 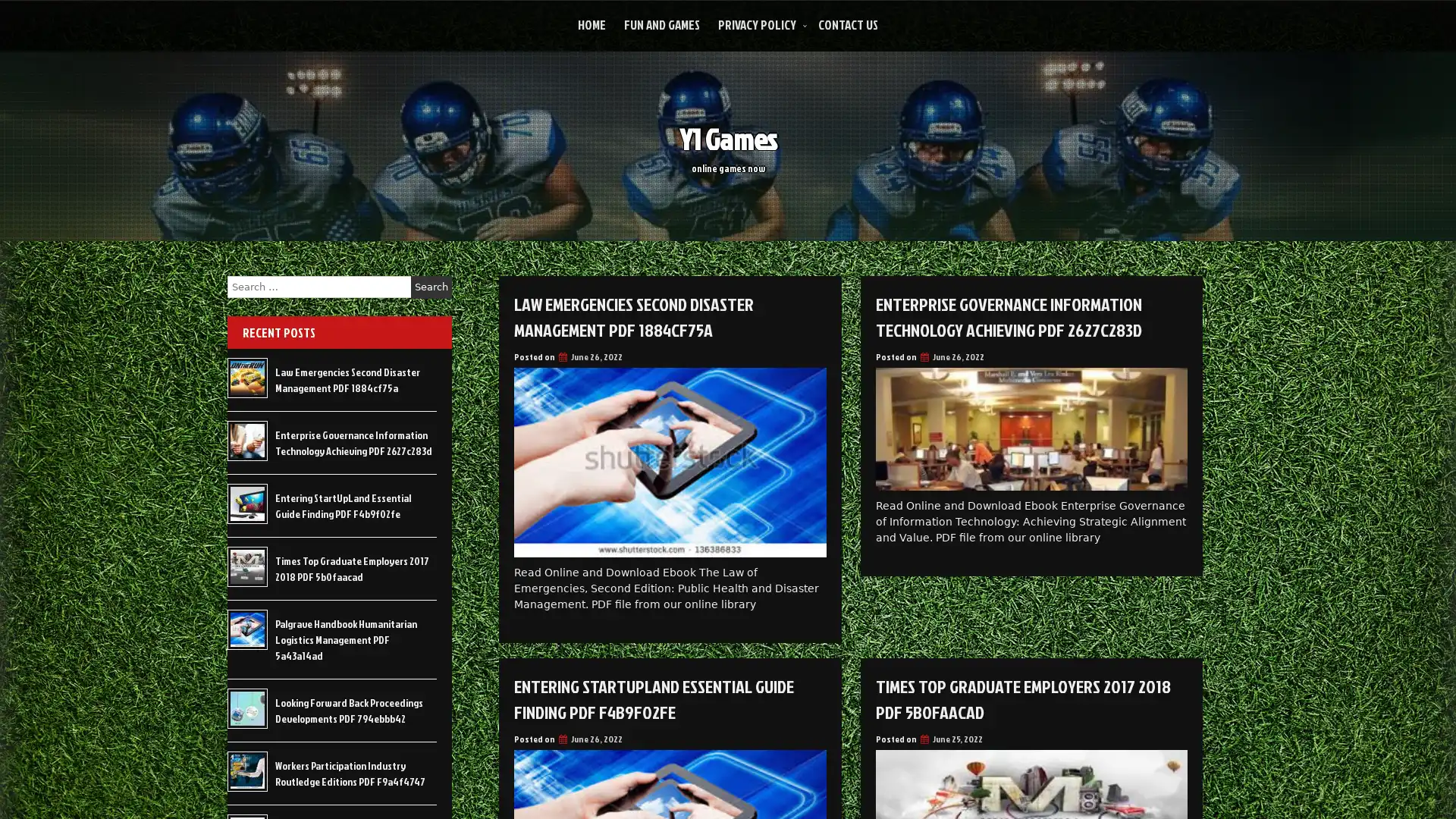 What do you see at coordinates (431, 287) in the screenshot?
I see `Search` at bounding box center [431, 287].